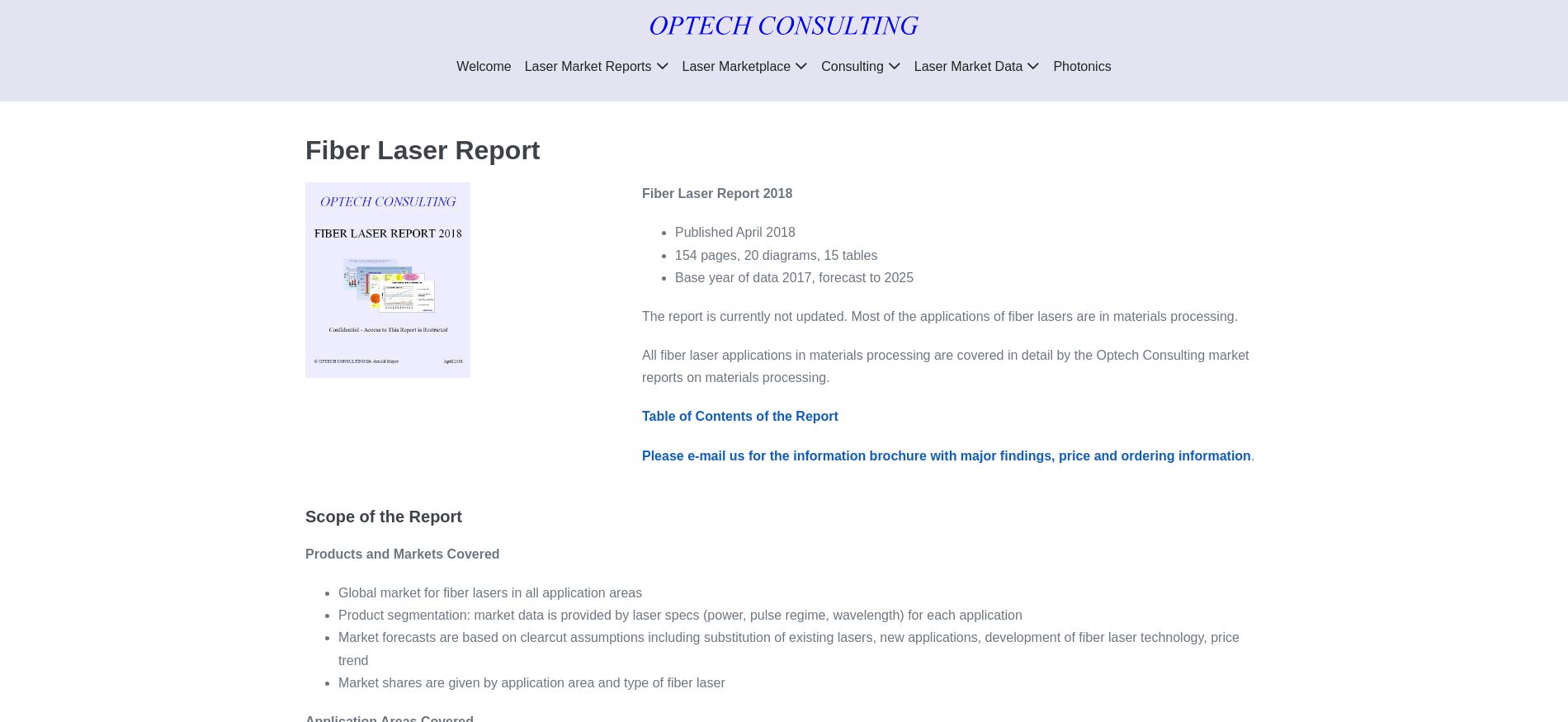  Describe the element at coordinates (734, 231) in the screenshot. I see `'Published April 2018'` at that location.